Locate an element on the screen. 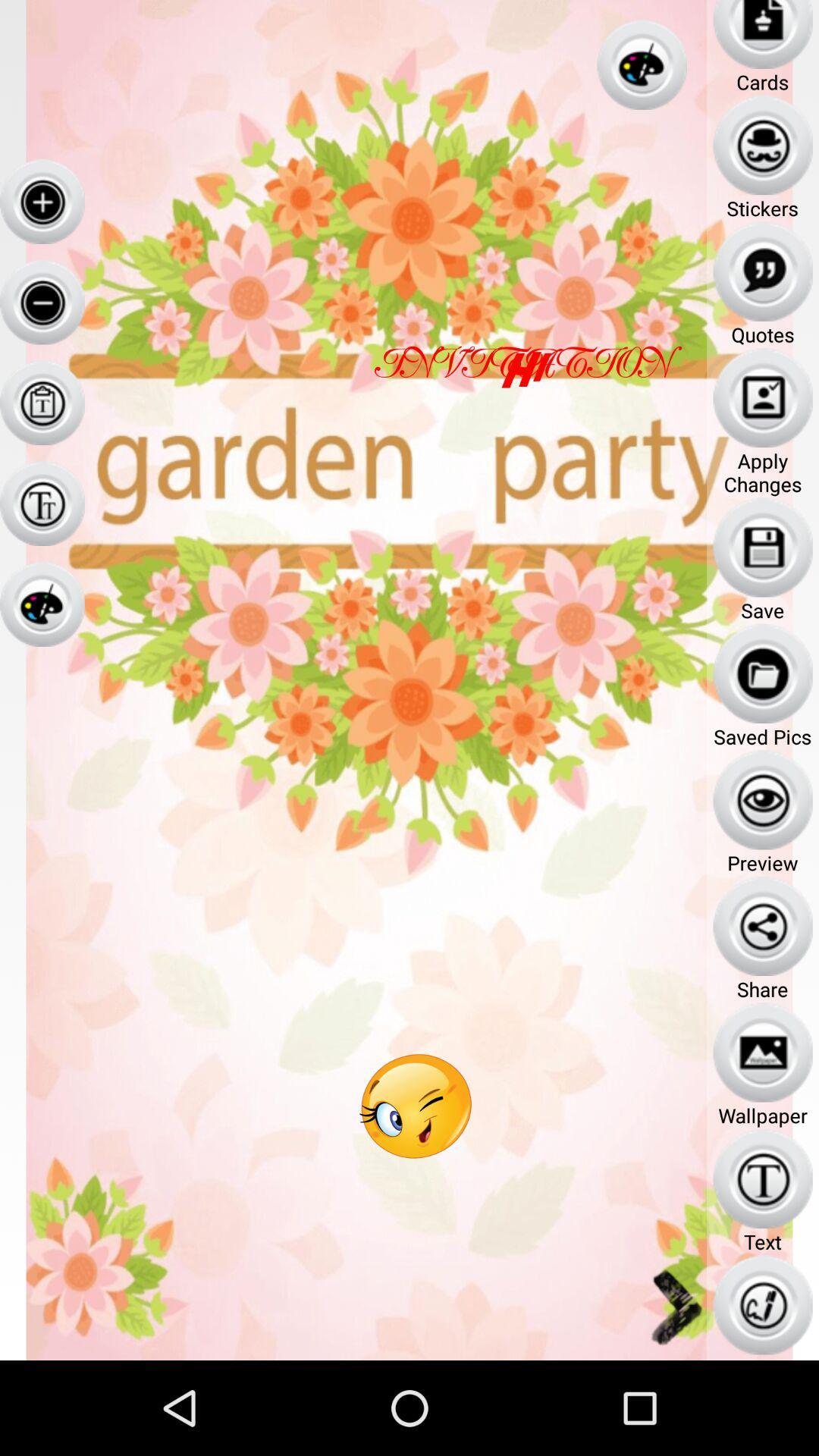 The width and height of the screenshot is (819, 1456). the info icon is located at coordinates (41, 538).